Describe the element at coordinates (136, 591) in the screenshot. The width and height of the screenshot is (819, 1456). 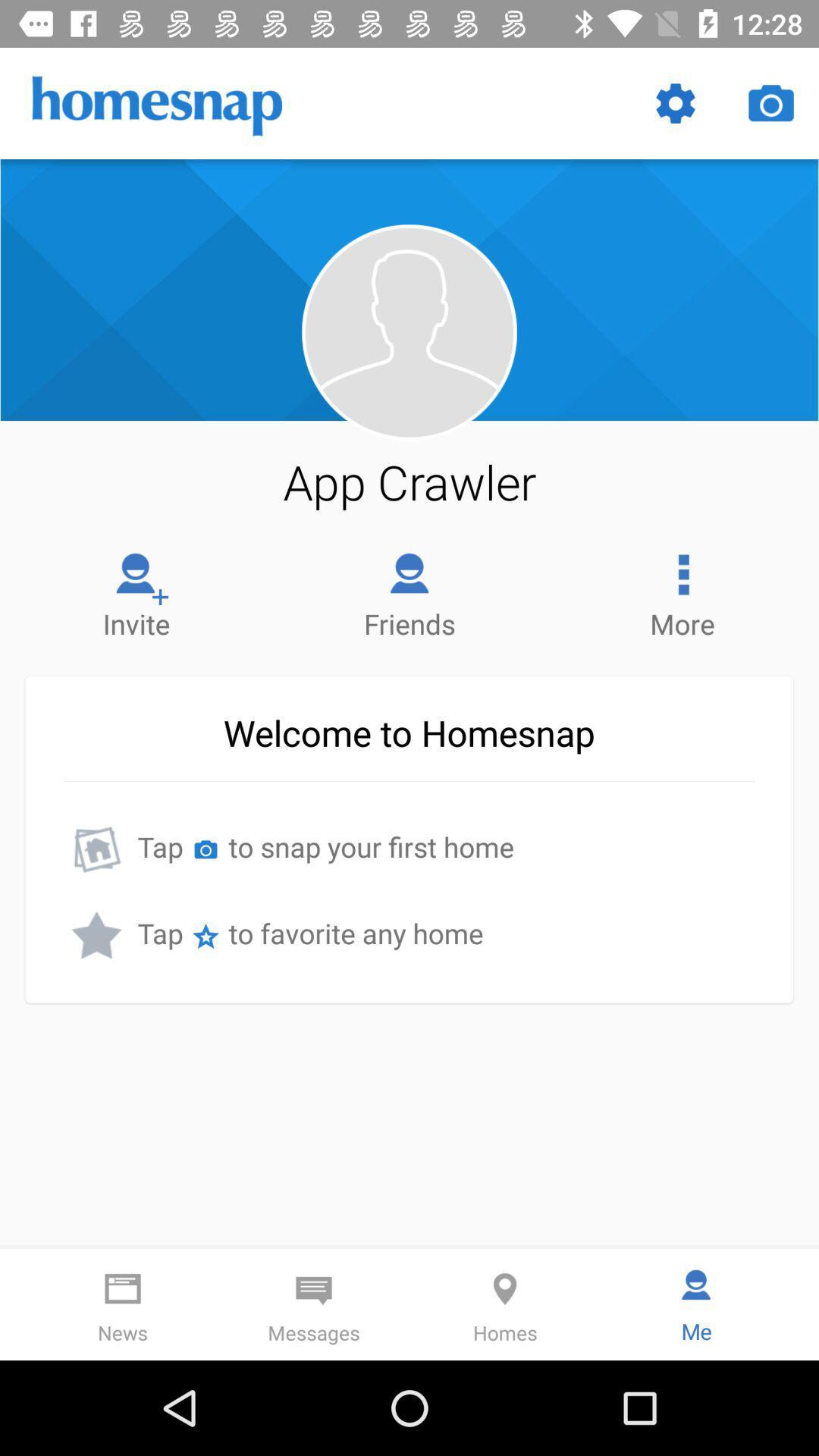
I see `the item above the welcome to homesnap item` at that location.